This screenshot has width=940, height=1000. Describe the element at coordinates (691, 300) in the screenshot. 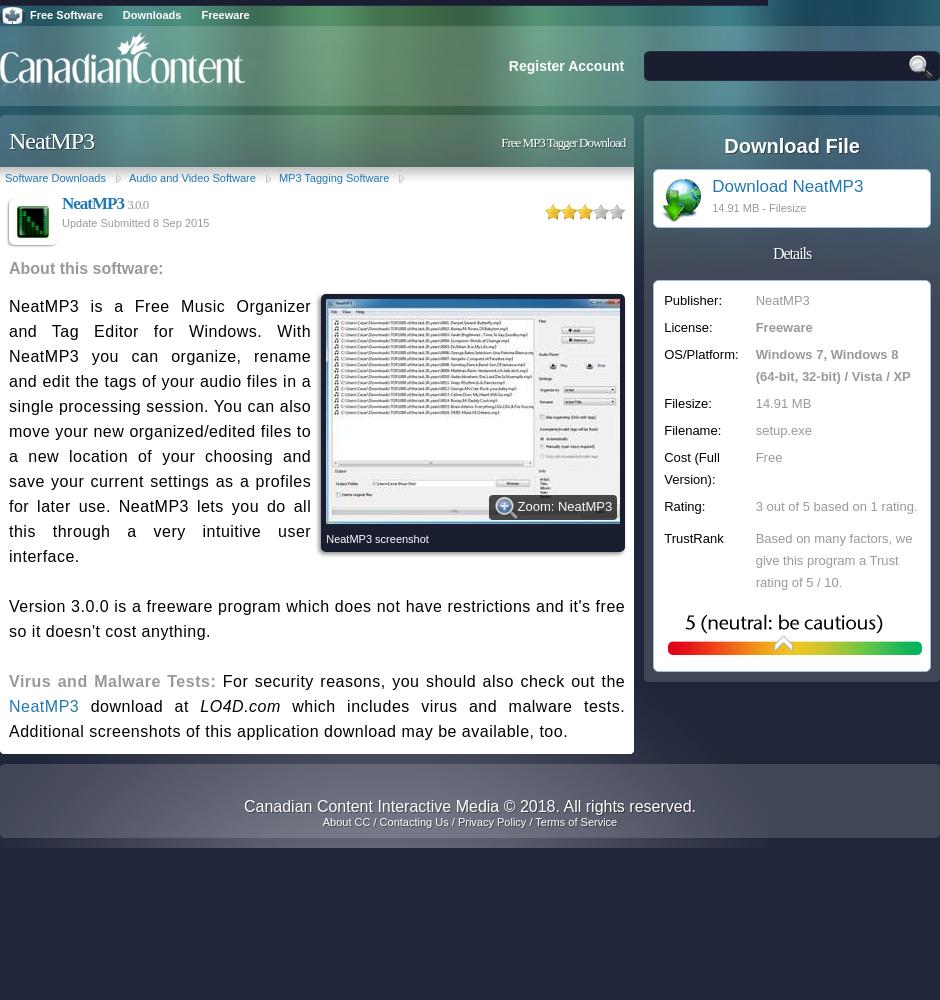

I see `'Publisher:'` at that location.